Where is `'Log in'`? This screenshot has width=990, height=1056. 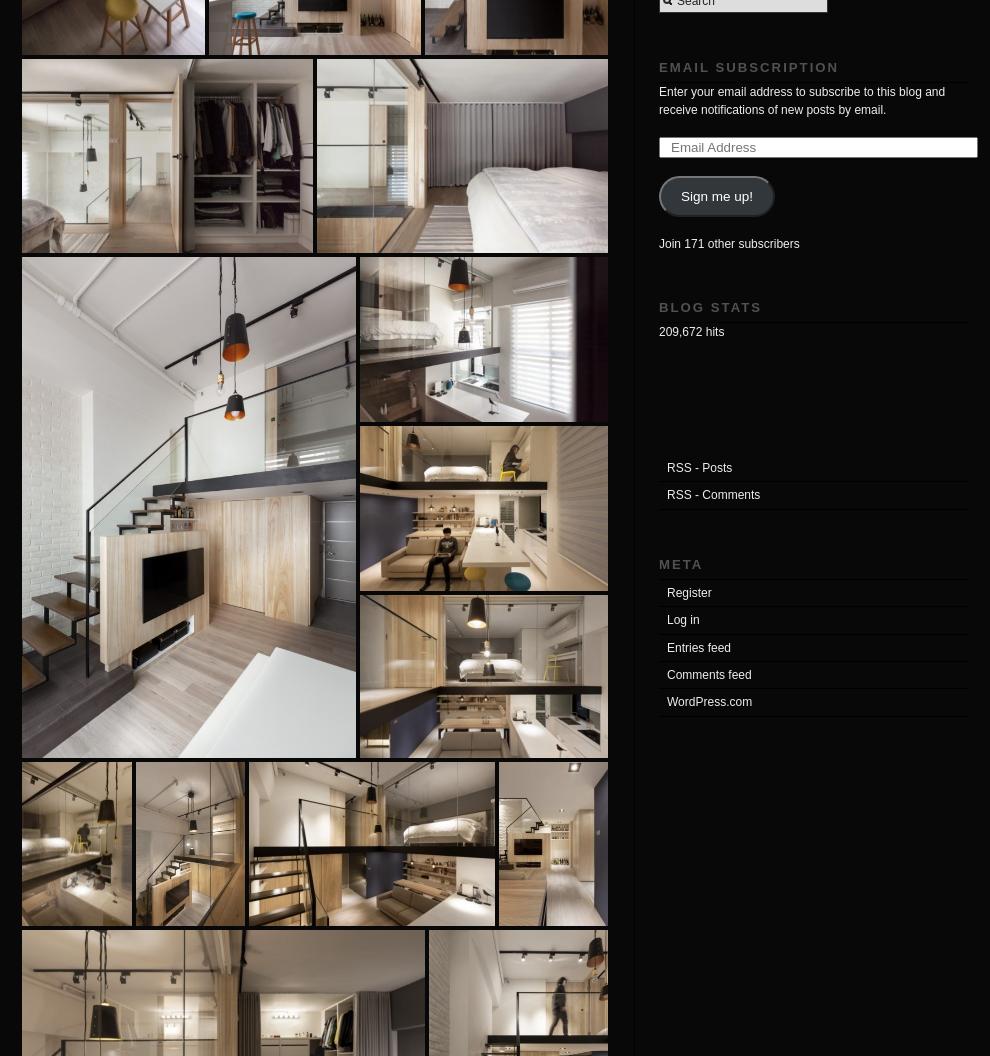 'Log in' is located at coordinates (683, 618).